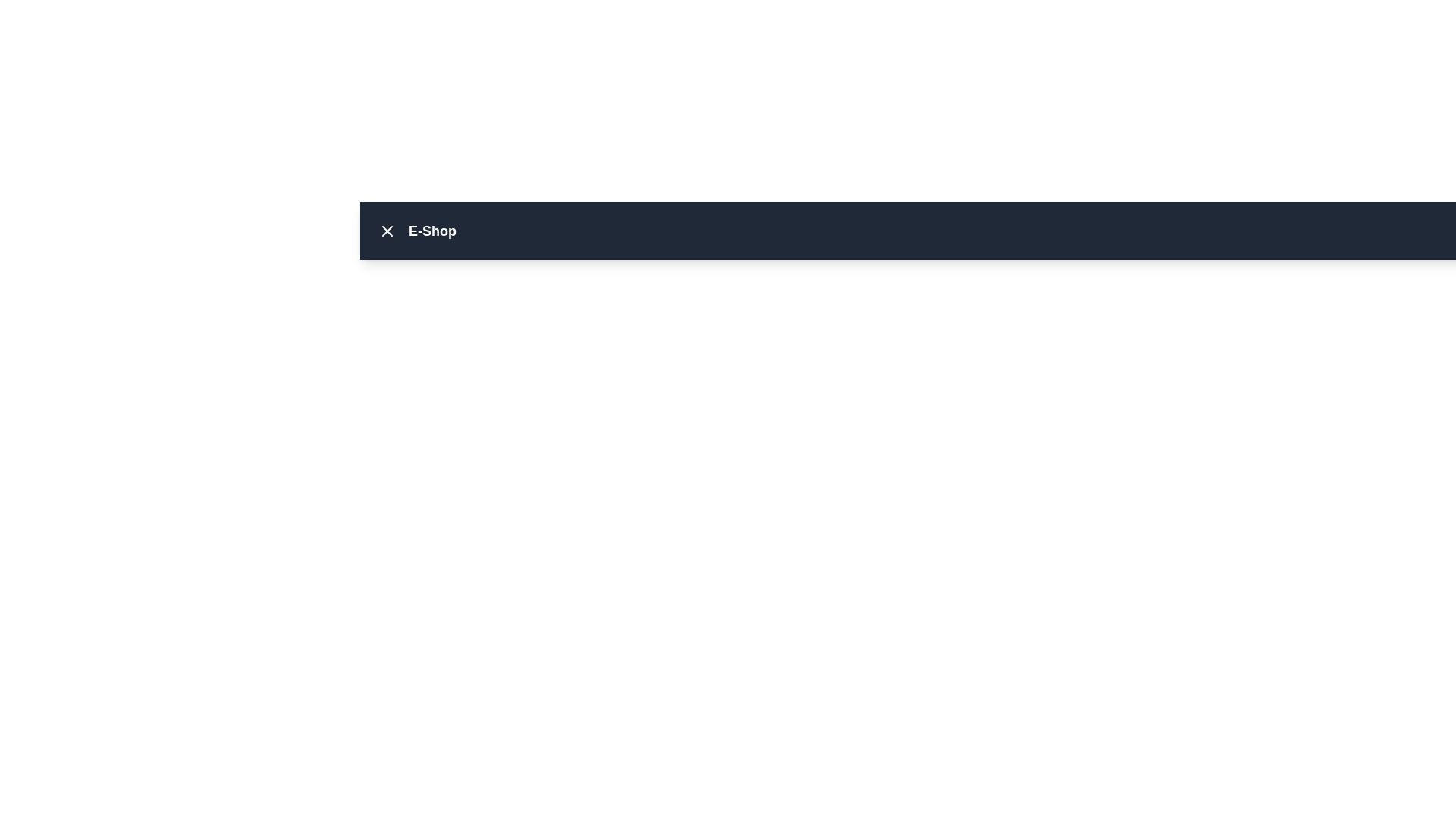 This screenshot has width=1456, height=819. What do you see at coordinates (387, 231) in the screenshot?
I see `the compact square-shaped button with a dark background and a white 'X' symbol, located on the left side of the navigation bar` at bounding box center [387, 231].